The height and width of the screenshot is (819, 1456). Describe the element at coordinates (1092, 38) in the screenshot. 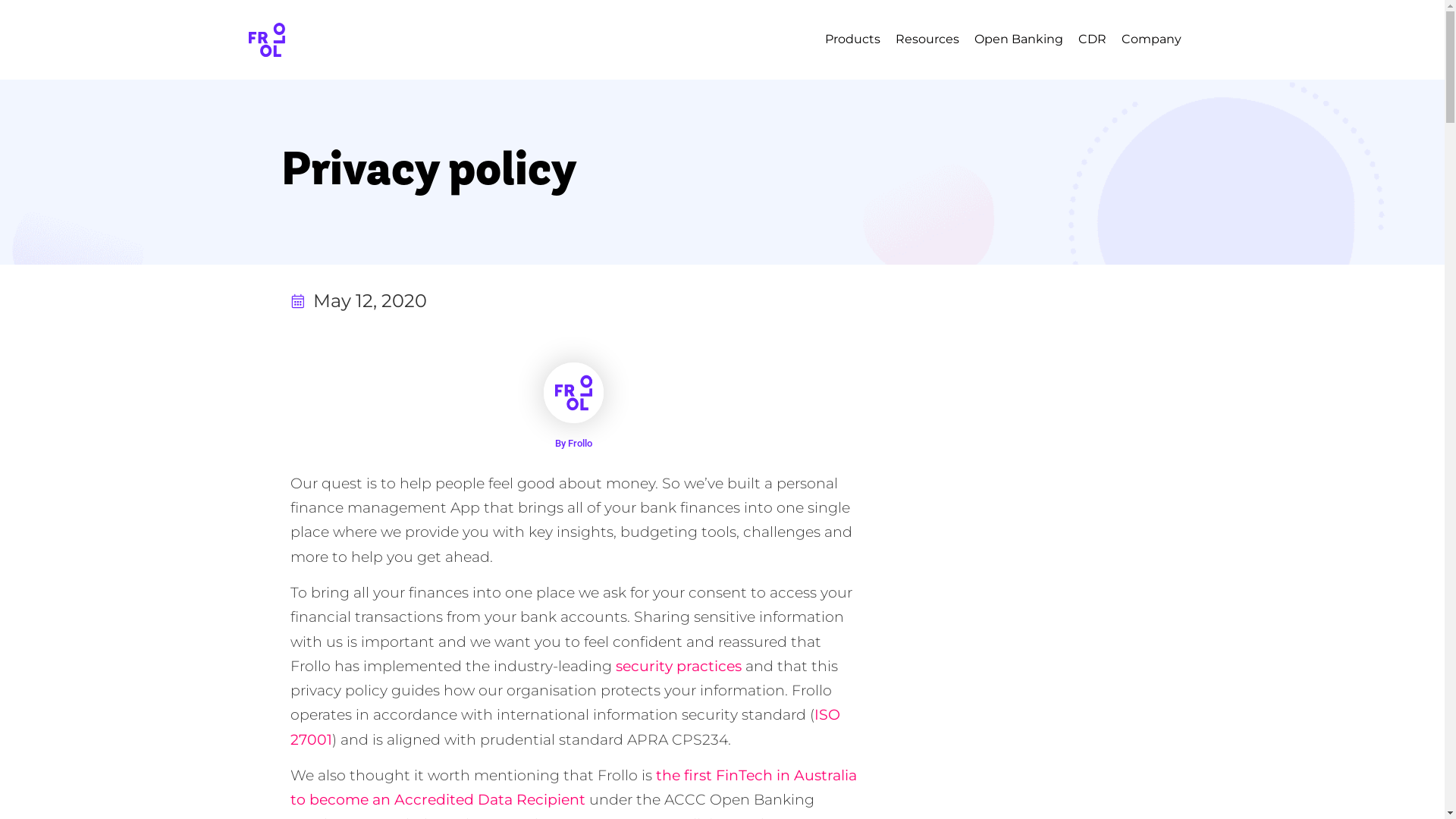

I see `'CDR'` at that location.